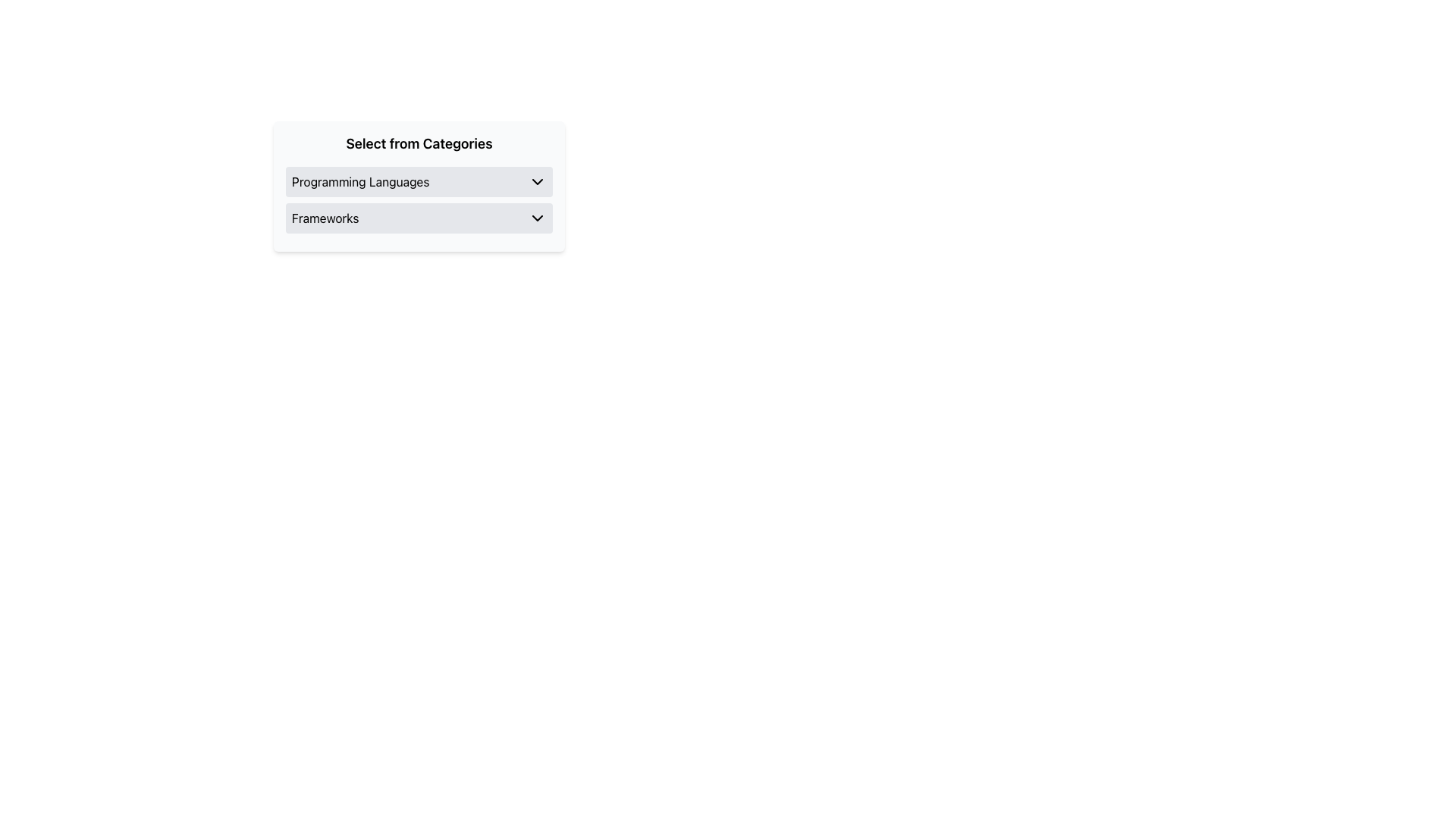 The height and width of the screenshot is (819, 1456). What do you see at coordinates (325, 218) in the screenshot?
I see `the 'Frameworks' text label in the dropdown menu, which is positioned below the 'Programming Languages' item and adjacent to a dropdown arrow icon` at bounding box center [325, 218].